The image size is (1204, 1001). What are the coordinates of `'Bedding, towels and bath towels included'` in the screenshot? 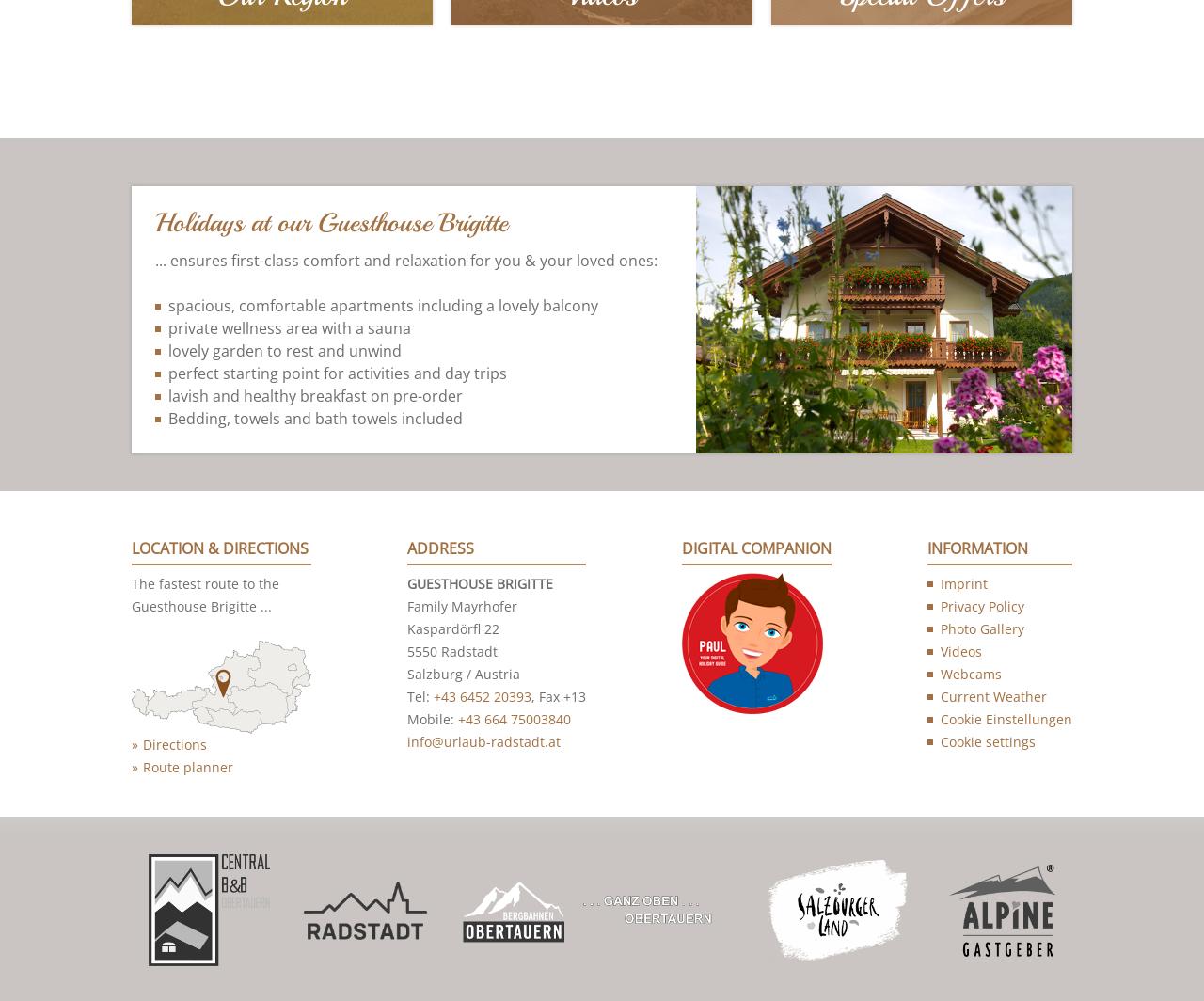 It's located at (315, 420).